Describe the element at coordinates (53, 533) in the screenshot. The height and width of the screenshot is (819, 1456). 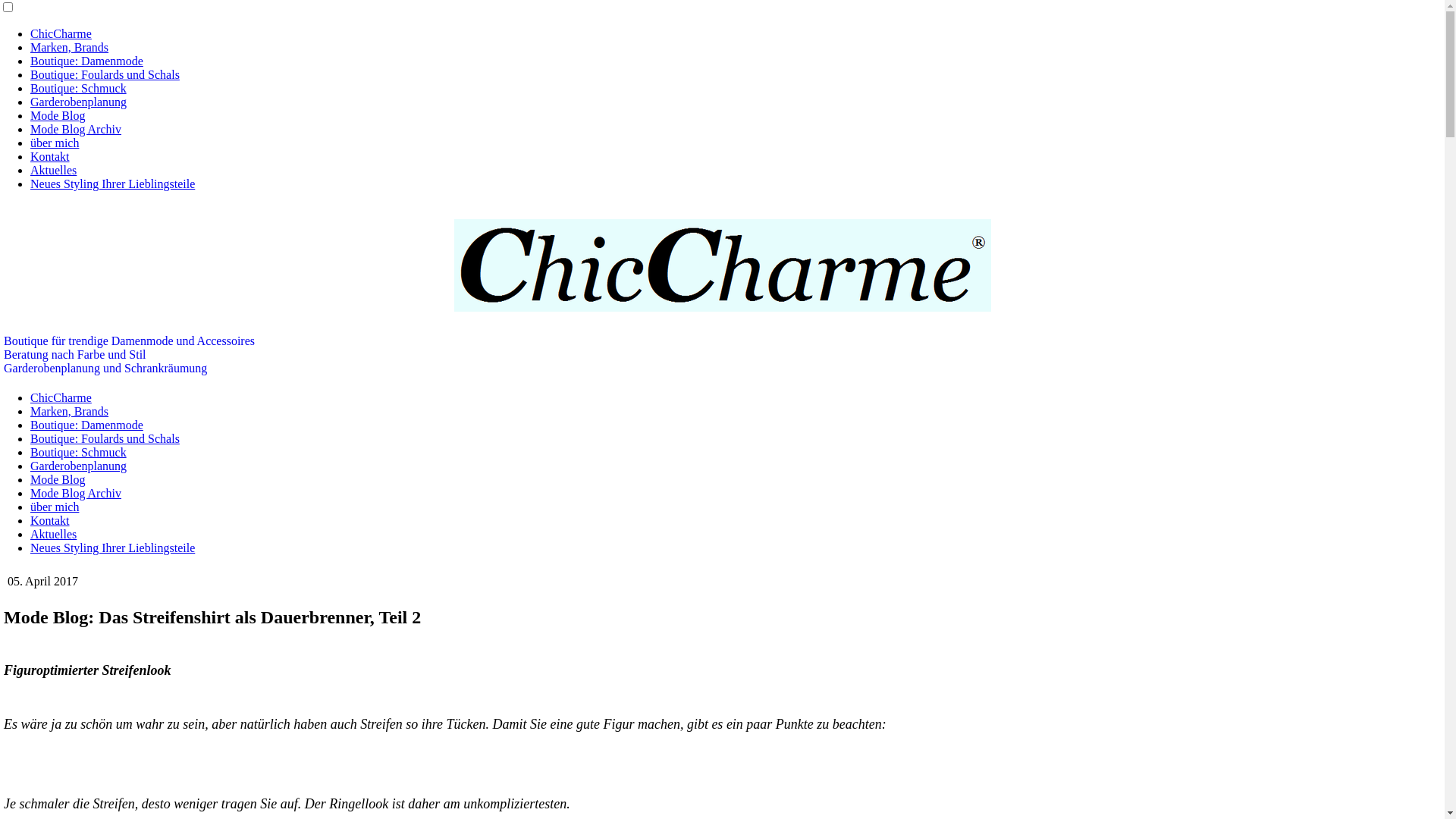
I see `'Aktuelles'` at that location.